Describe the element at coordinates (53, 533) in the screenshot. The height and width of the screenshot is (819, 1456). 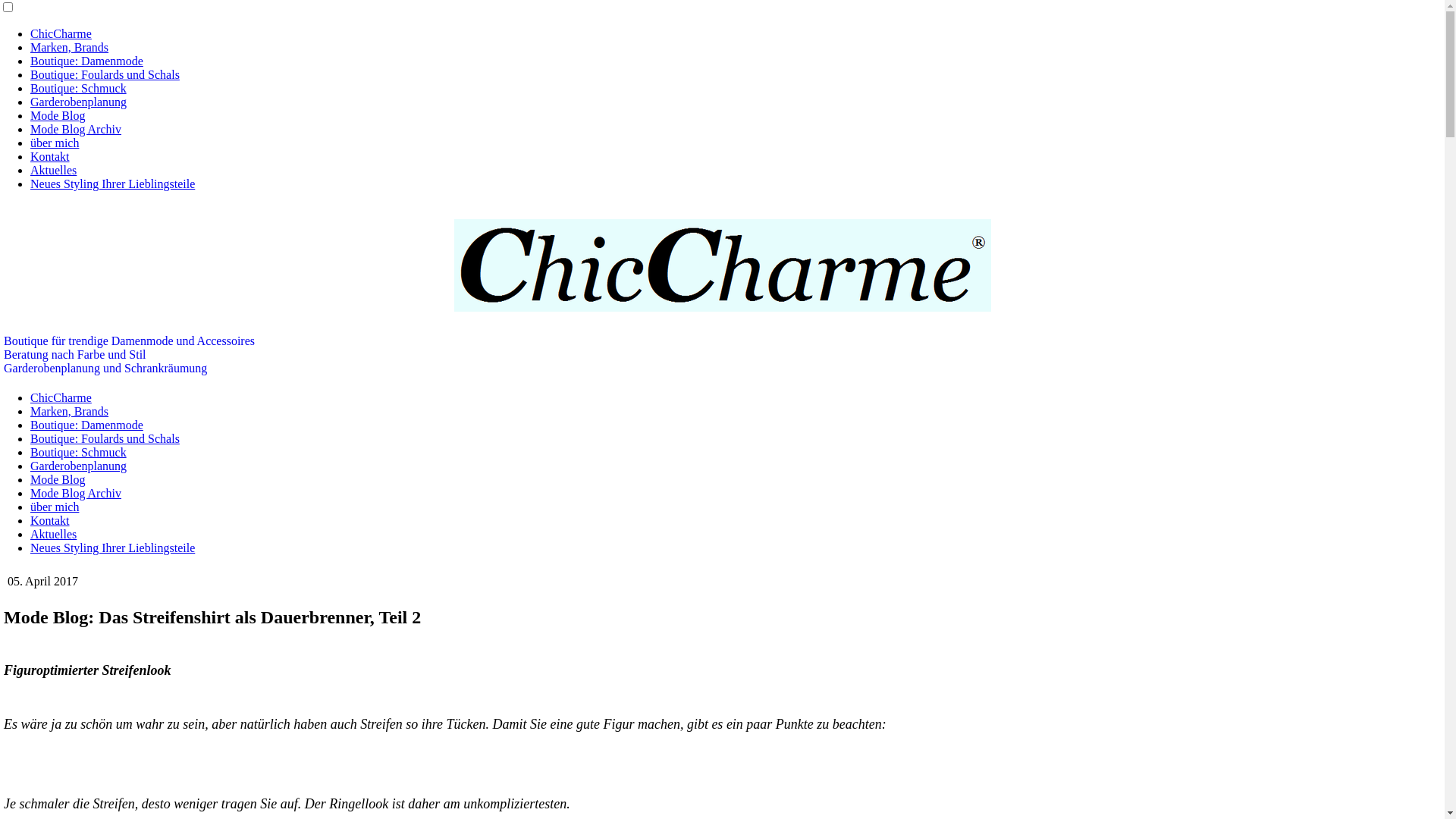
I see `'Aktuelles'` at that location.